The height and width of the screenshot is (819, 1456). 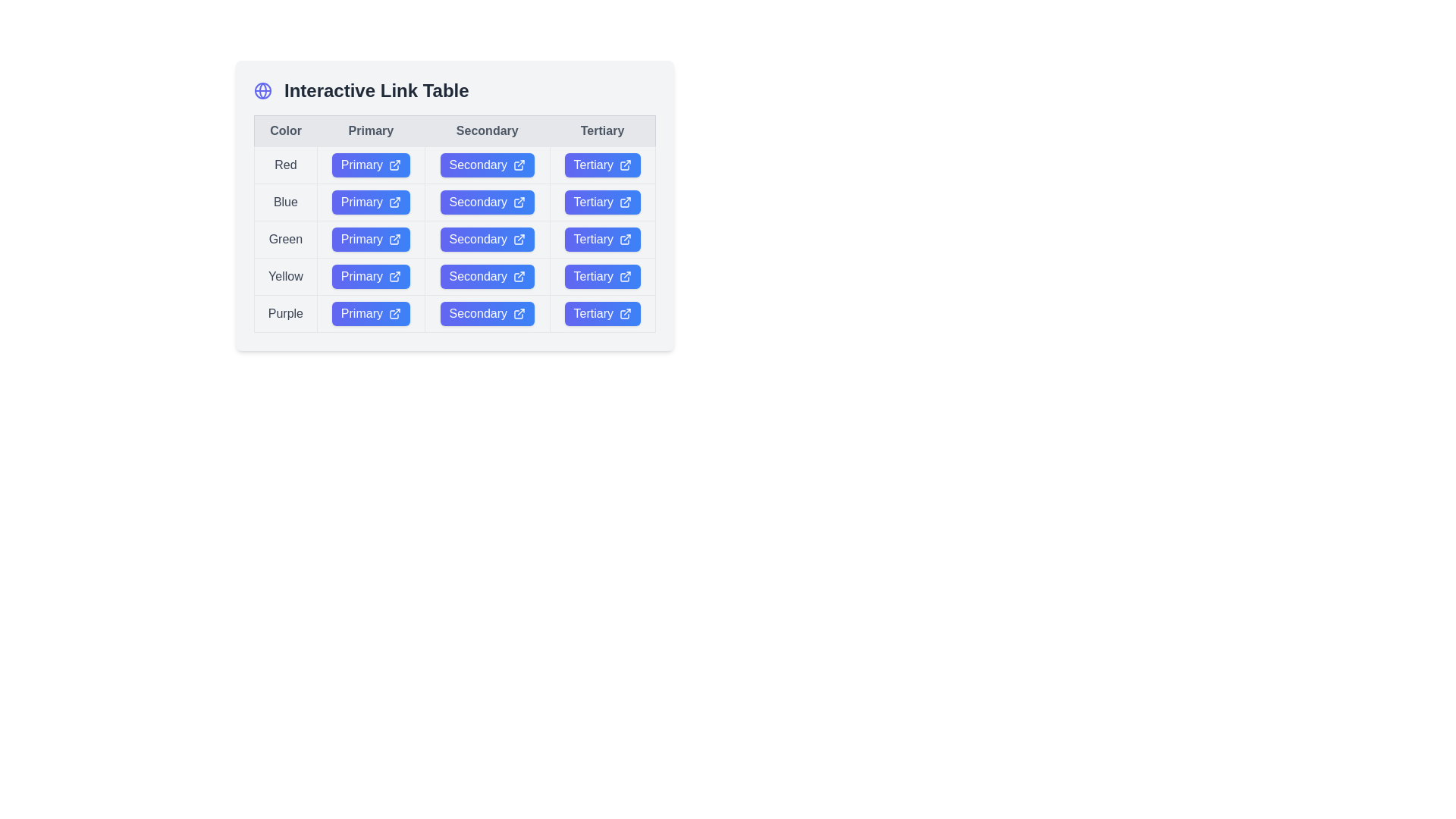 I want to click on the 'Secondary' button with a gradient blue color and an external link icon located in the 'Interactive Link Table' under the 'Green' row, so click(x=487, y=239).